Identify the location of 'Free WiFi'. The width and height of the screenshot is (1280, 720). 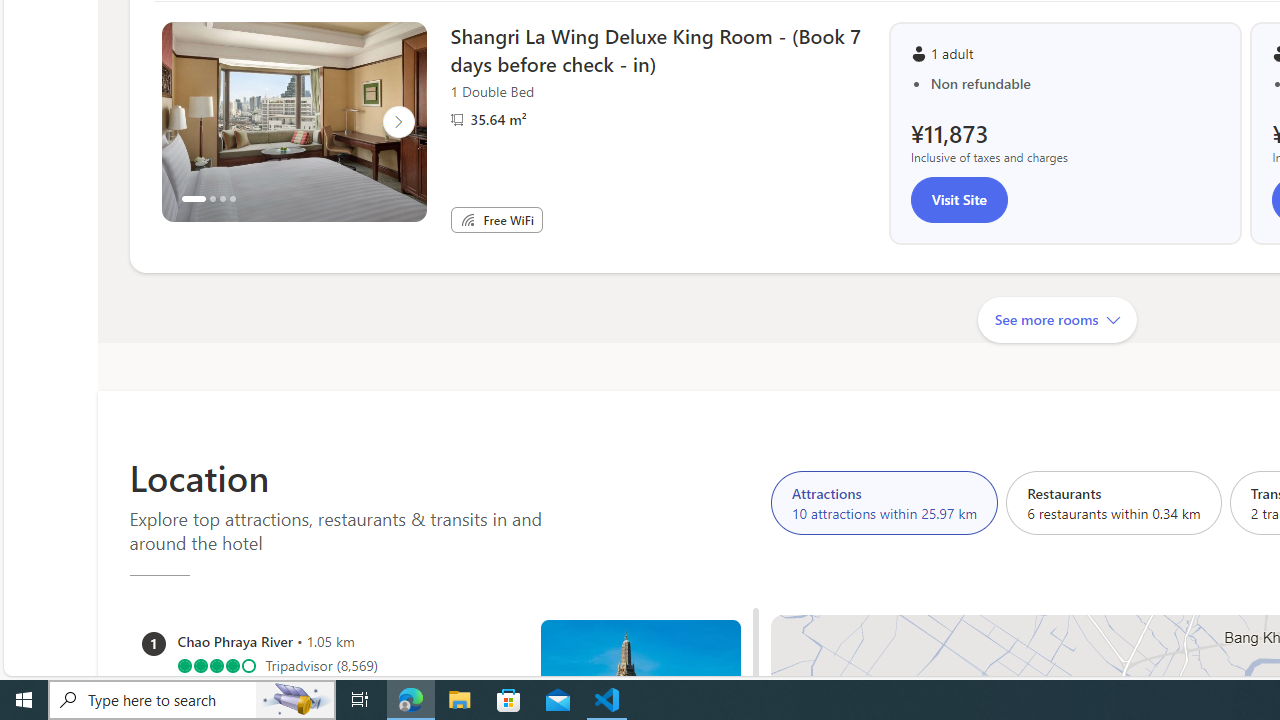
(466, 219).